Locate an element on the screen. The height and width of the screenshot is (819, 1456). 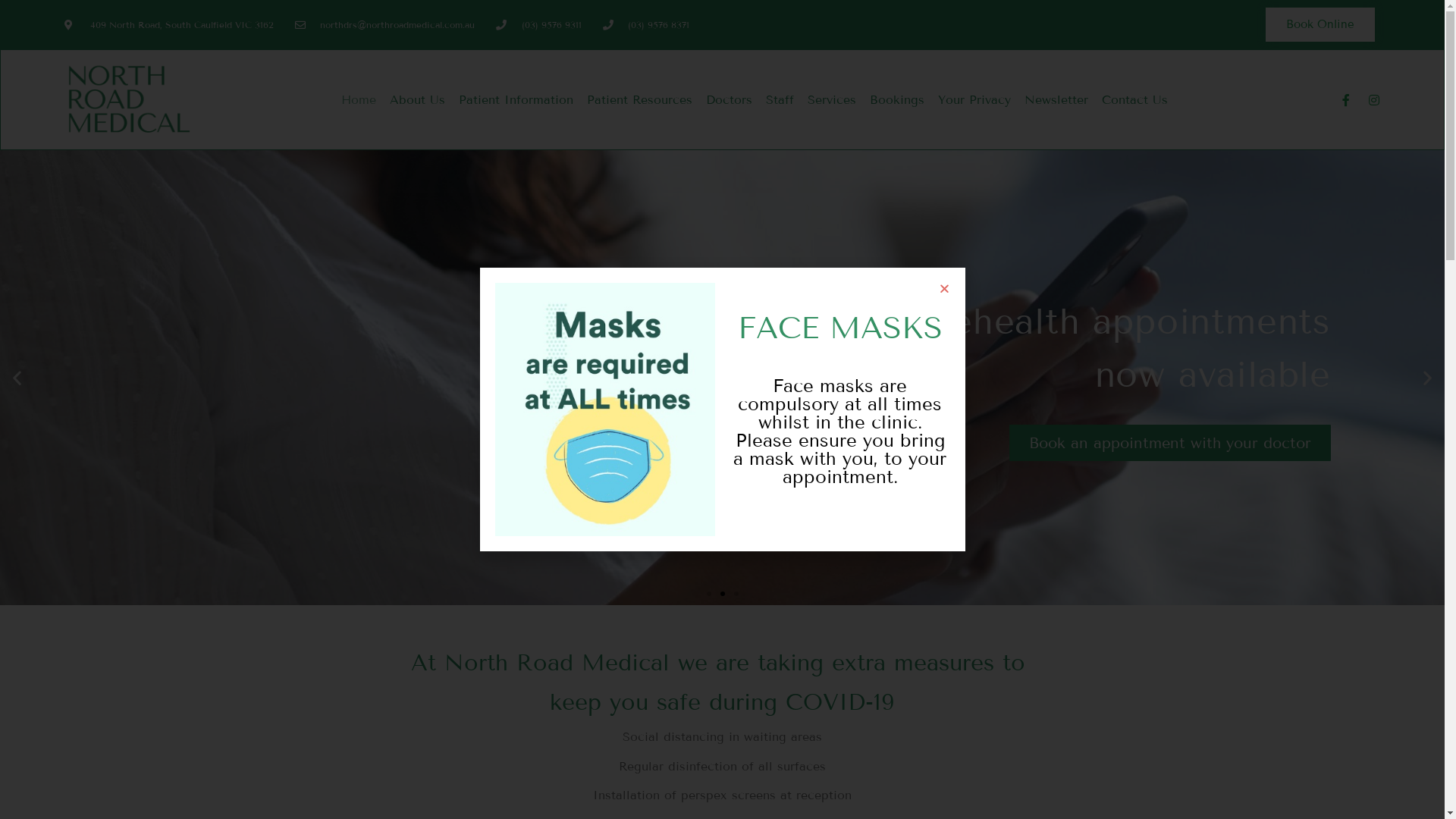
'Home' is located at coordinates (358, 99).